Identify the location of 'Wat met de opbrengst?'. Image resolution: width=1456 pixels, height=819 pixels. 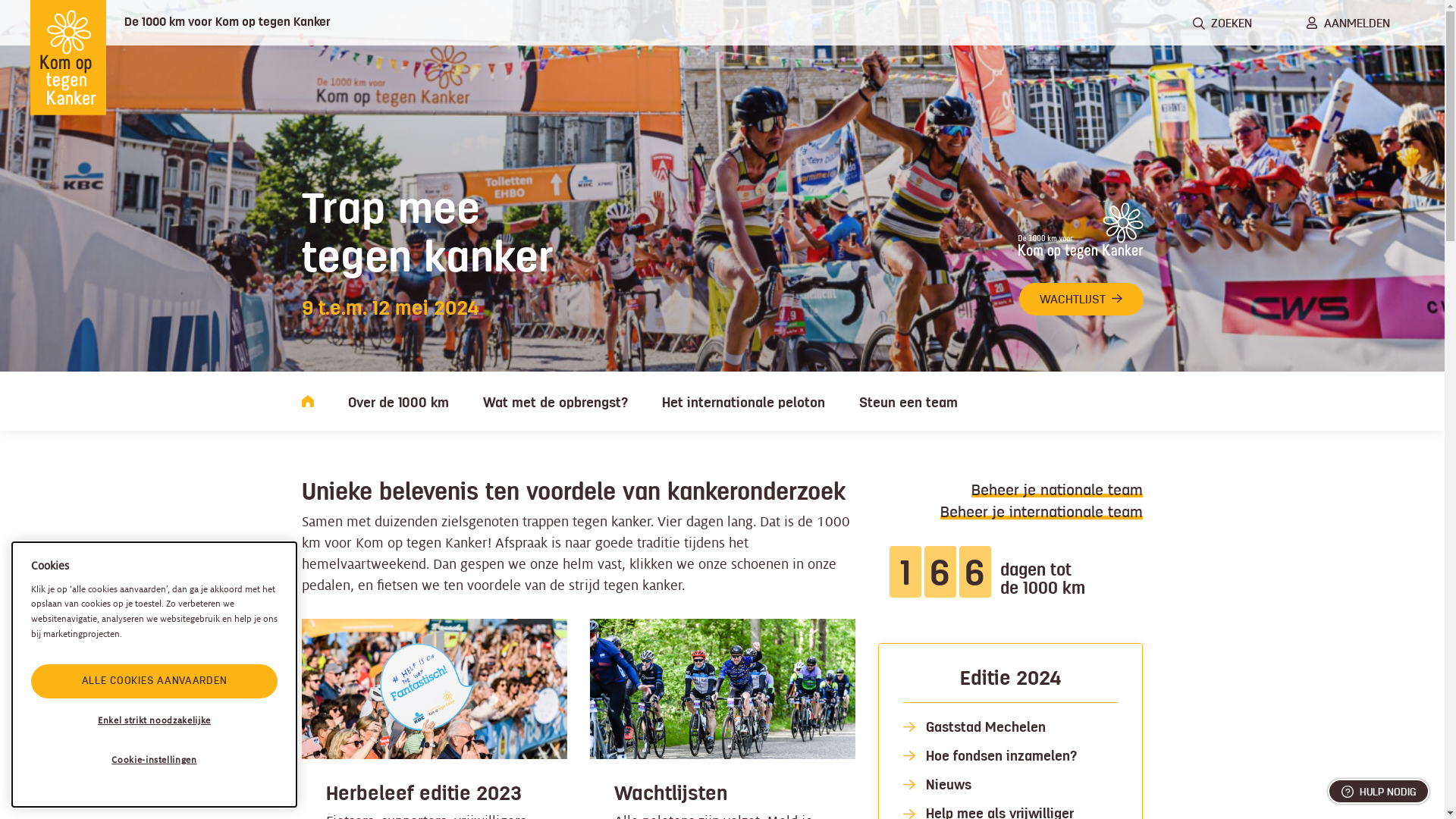
(481, 400).